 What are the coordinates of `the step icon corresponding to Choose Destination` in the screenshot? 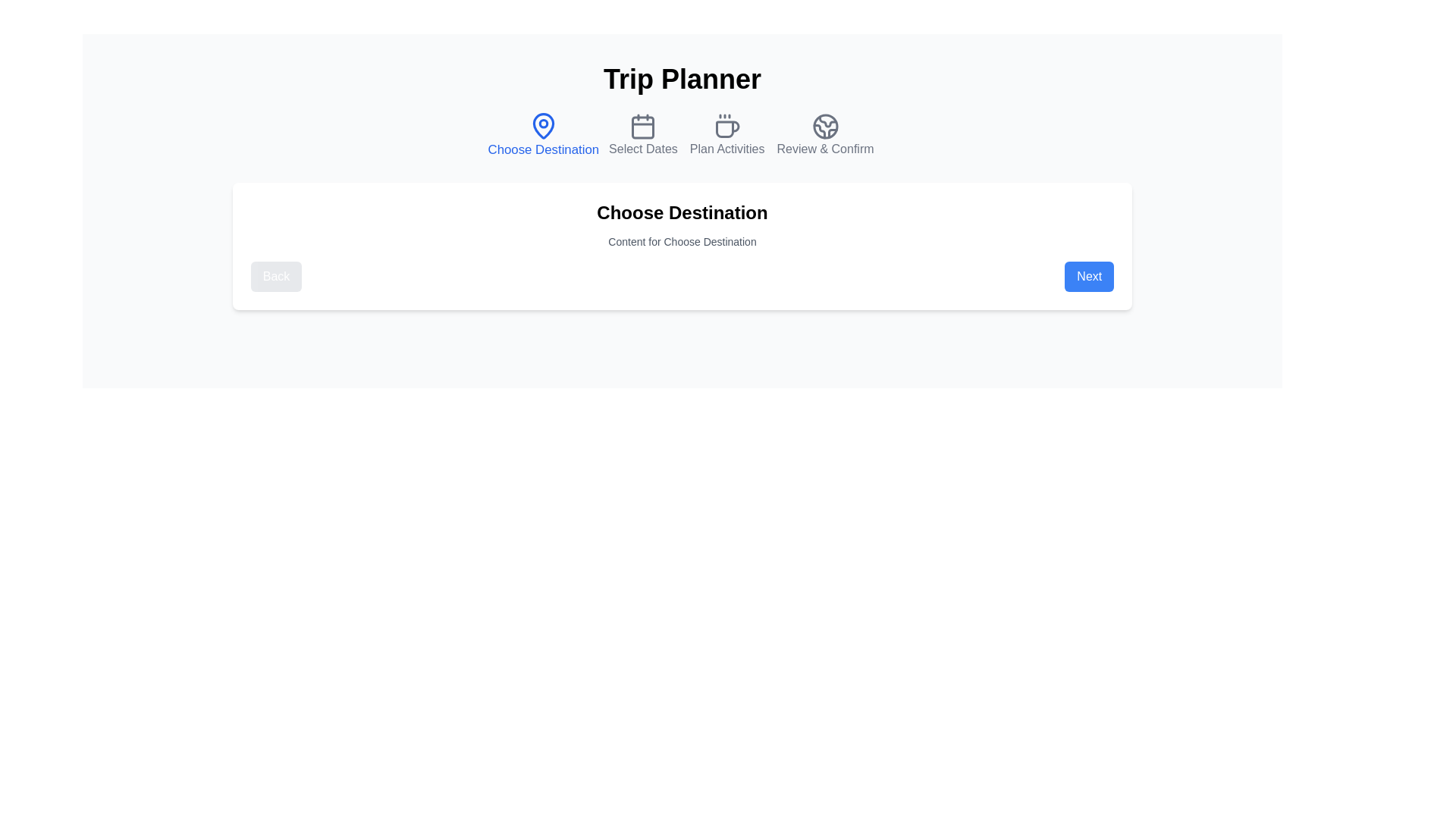 It's located at (543, 134).